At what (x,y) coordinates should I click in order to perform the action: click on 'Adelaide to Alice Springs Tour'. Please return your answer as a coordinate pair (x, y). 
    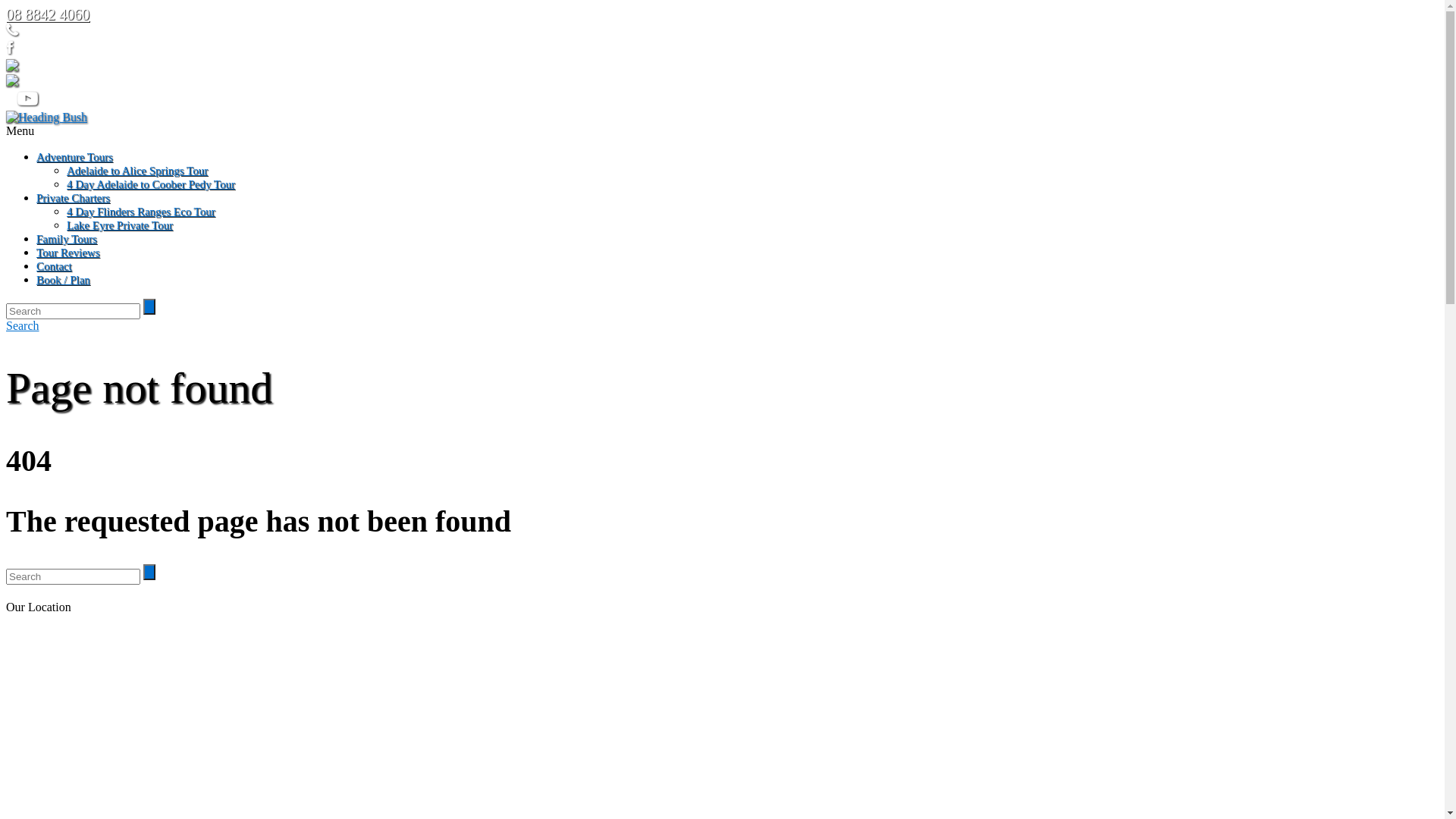
    Looking at the image, I should click on (137, 170).